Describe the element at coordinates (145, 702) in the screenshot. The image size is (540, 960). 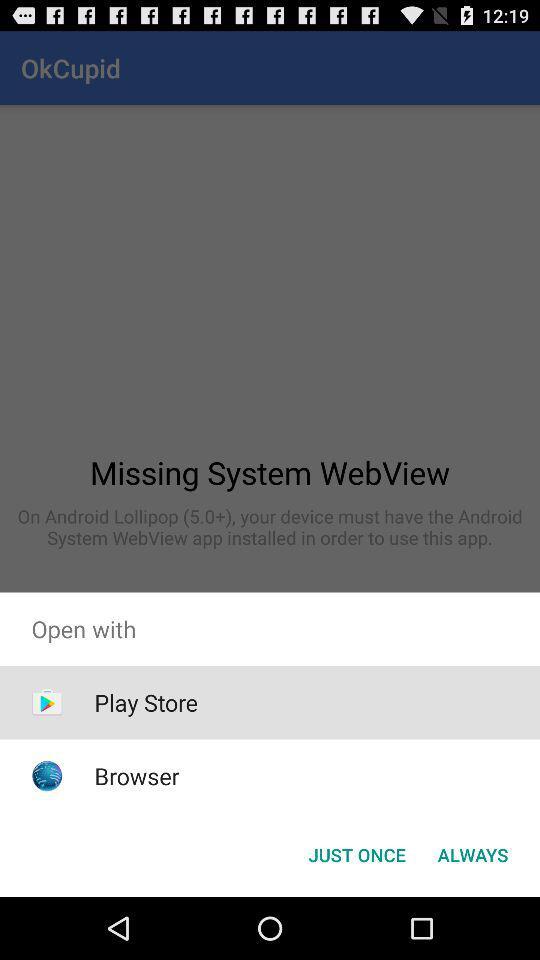
I see `app above browser` at that location.